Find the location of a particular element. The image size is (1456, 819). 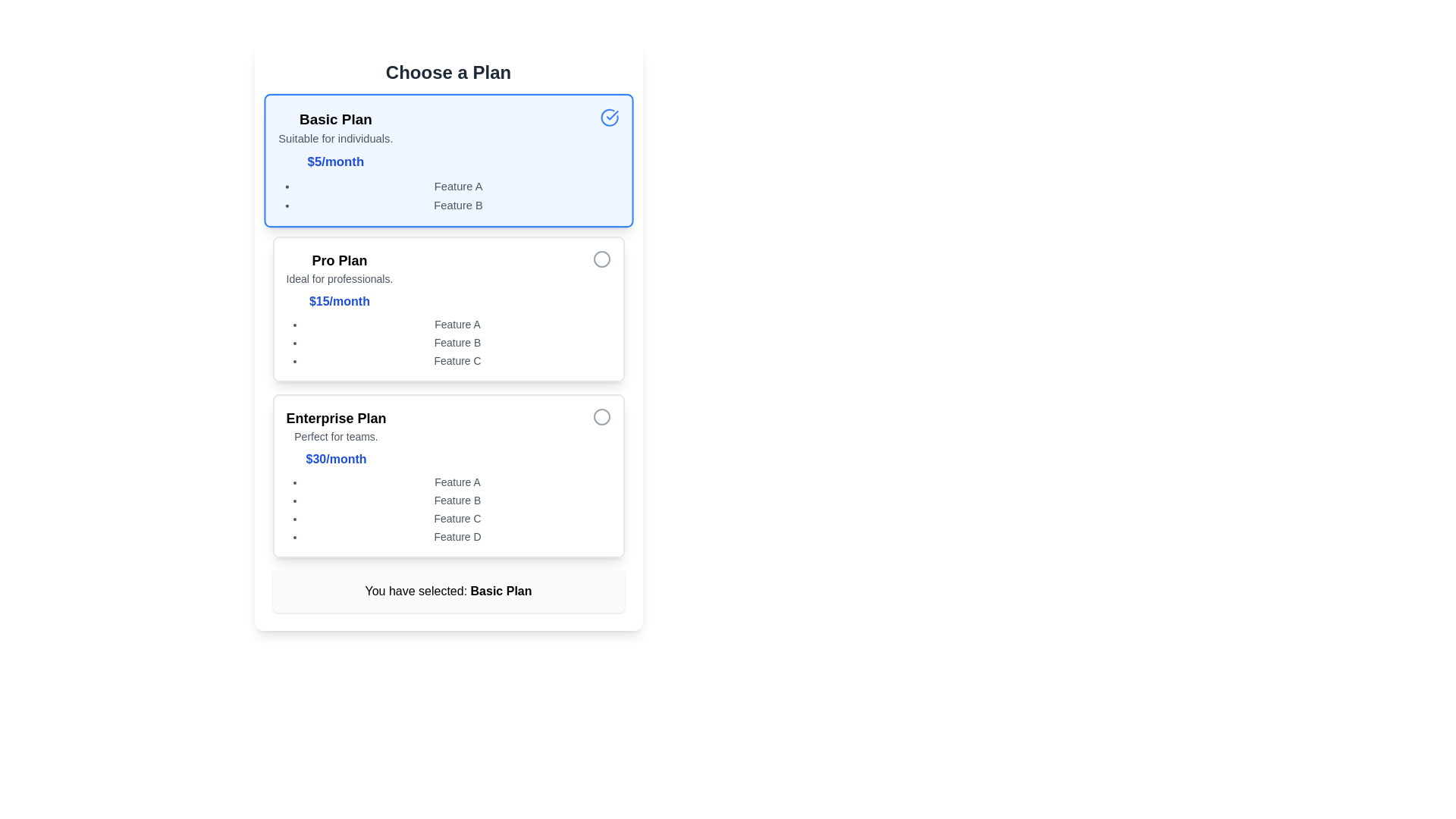

the SVG Circle element located at the top-right corner of the Pro Plan card, which resembles a small ring or dot with a thin stroke is located at coordinates (601, 259).